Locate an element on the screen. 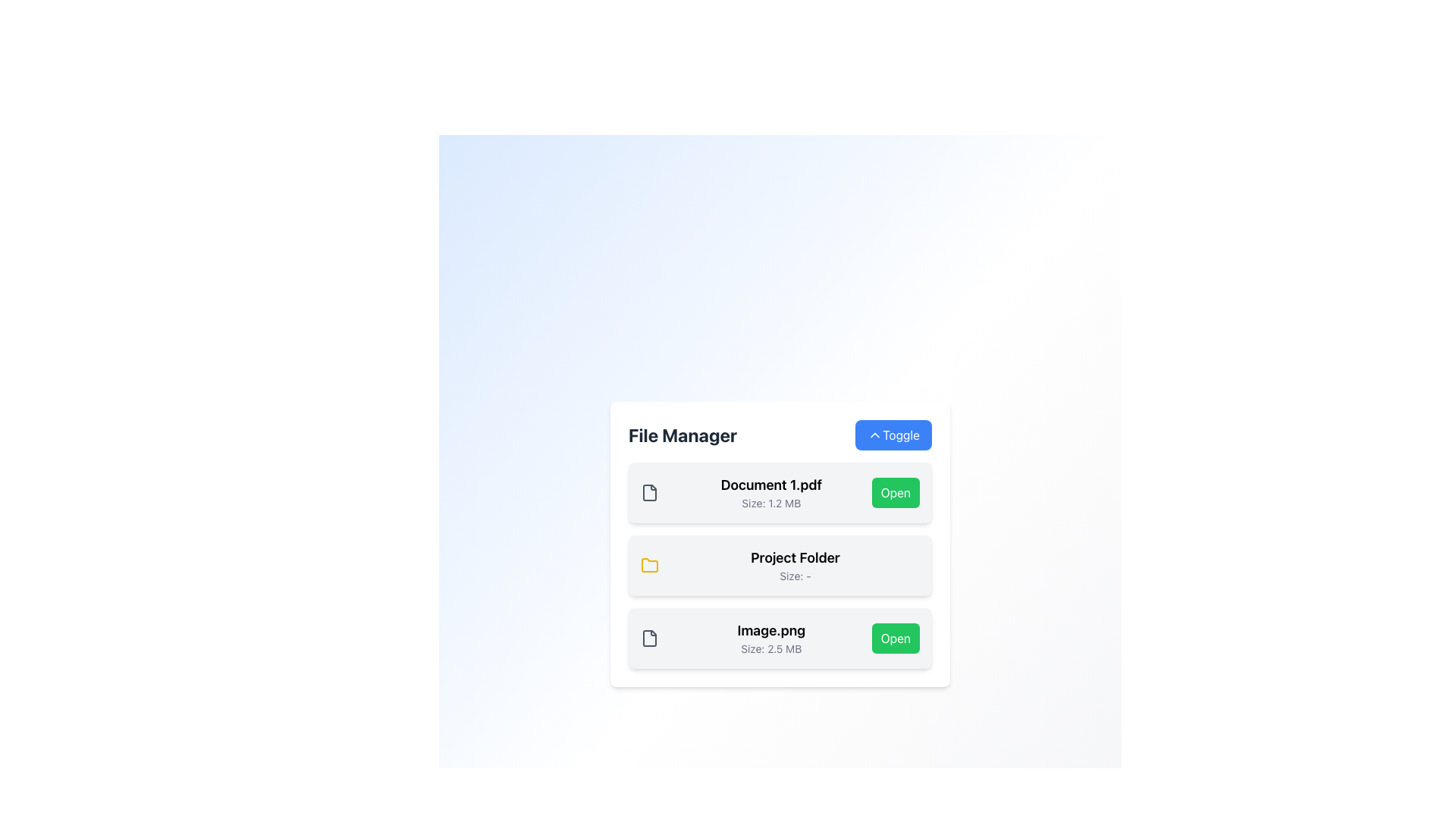 This screenshot has width=1456, height=819. the text block displaying 'Document 1.pdf' and 'Size: 1.2 MB' in the first file listing card of the file manager interface is located at coordinates (771, 493).